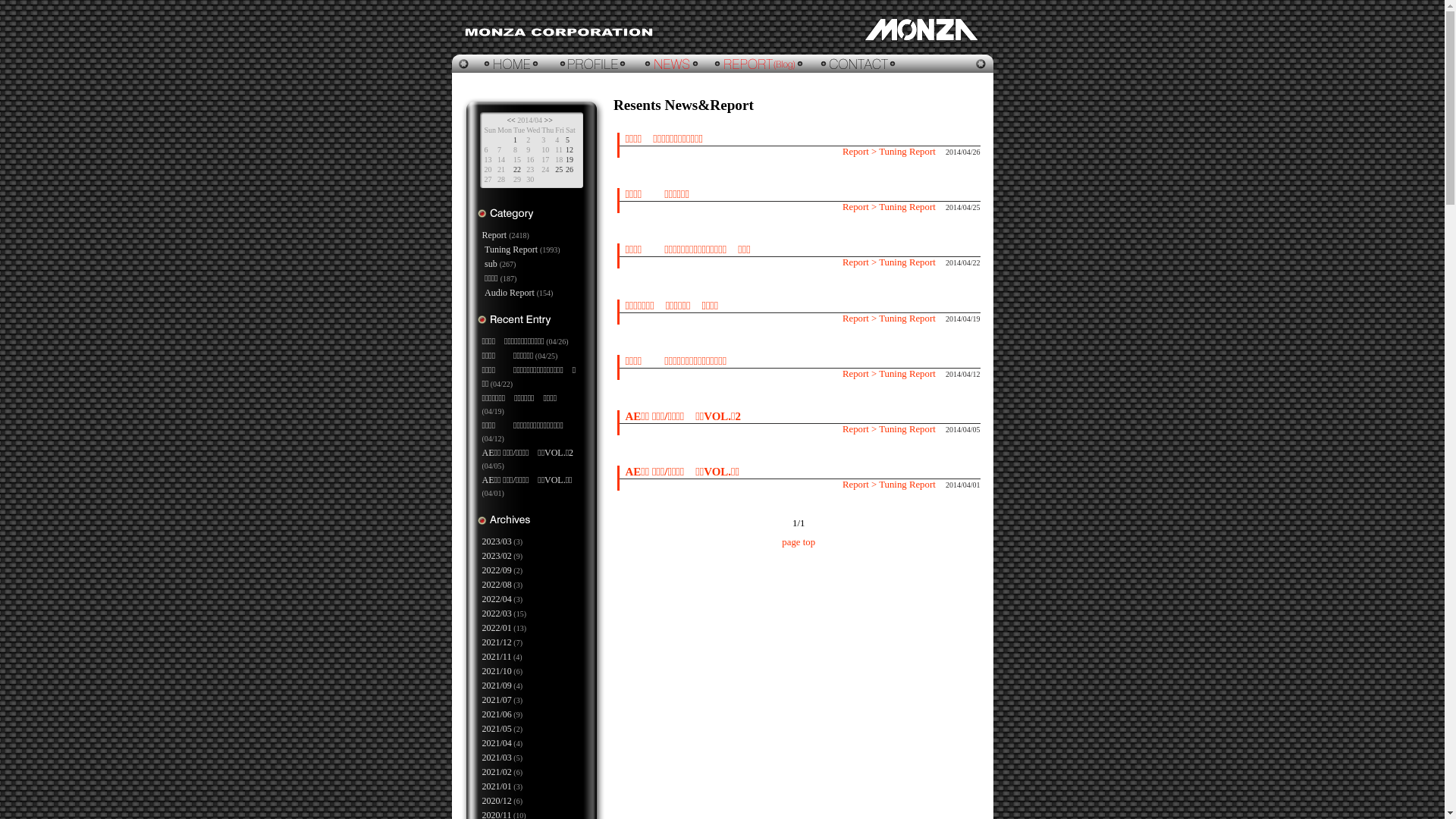  Describe the element at coordinates (497, 613) in the screenshot. I see `'2022/03'` at that location.